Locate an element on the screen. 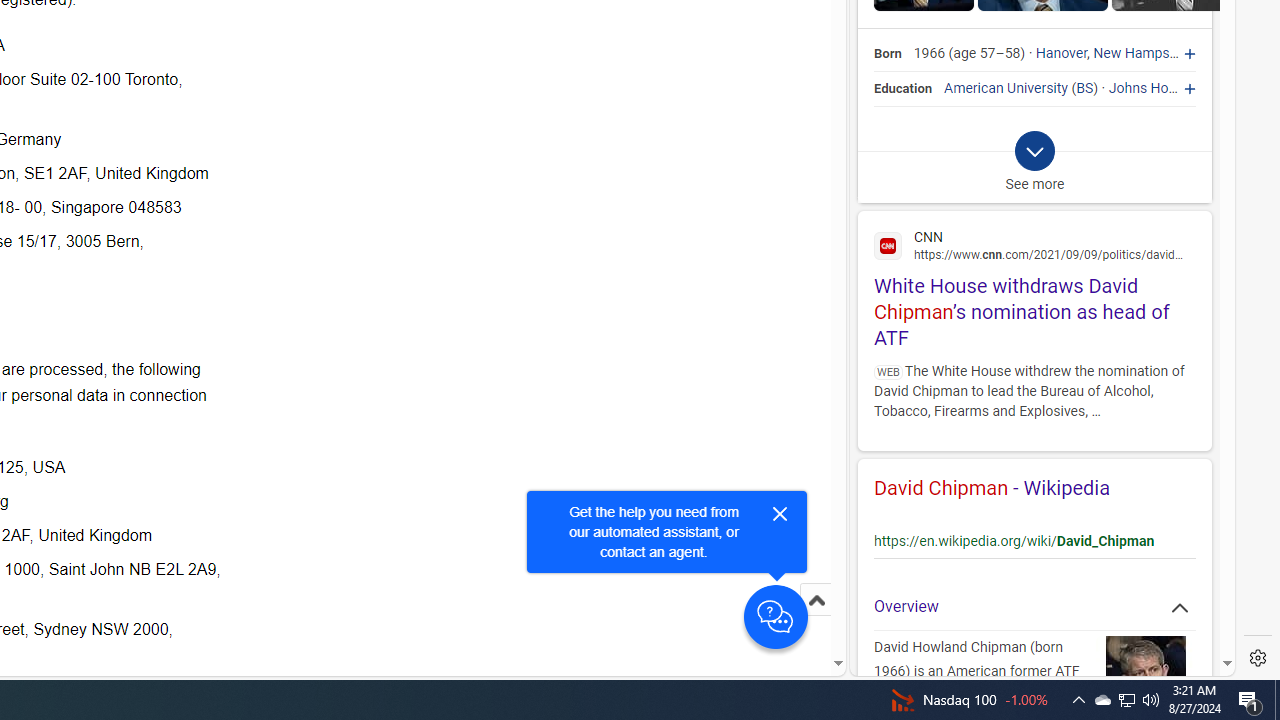 This screenshot has width=1280, height=720. 'Hanover' is located at coordinates (1060, 53).